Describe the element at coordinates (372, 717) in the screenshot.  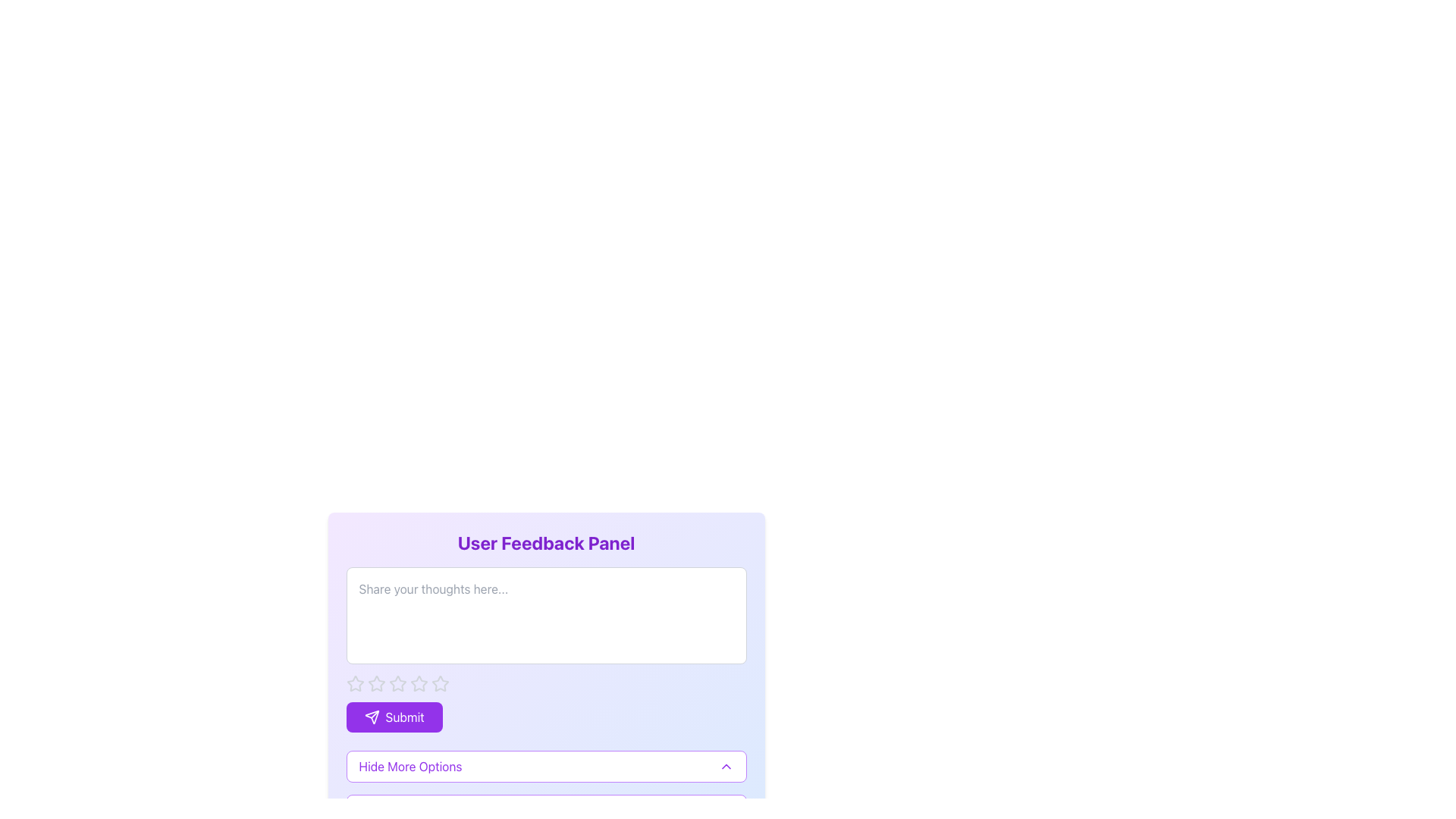
I see `the paper plane SVG icon located on the left side of the 'Submit' button` at that location.